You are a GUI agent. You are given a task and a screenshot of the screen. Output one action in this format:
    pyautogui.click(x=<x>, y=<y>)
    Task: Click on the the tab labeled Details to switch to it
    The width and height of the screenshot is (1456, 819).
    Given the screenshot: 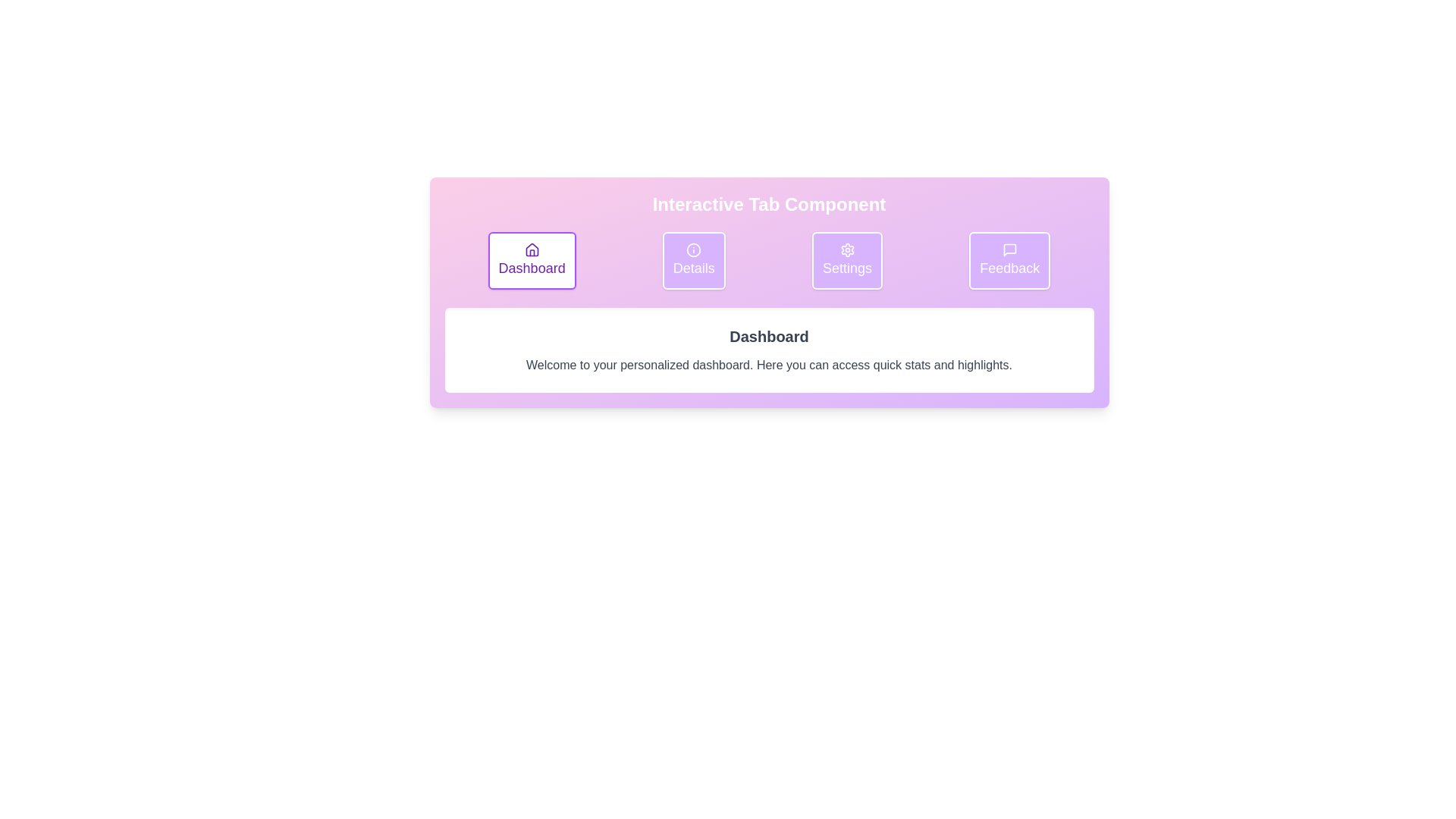 What is the action you would take?
    pyautogui.click(x=693, y=259)
    